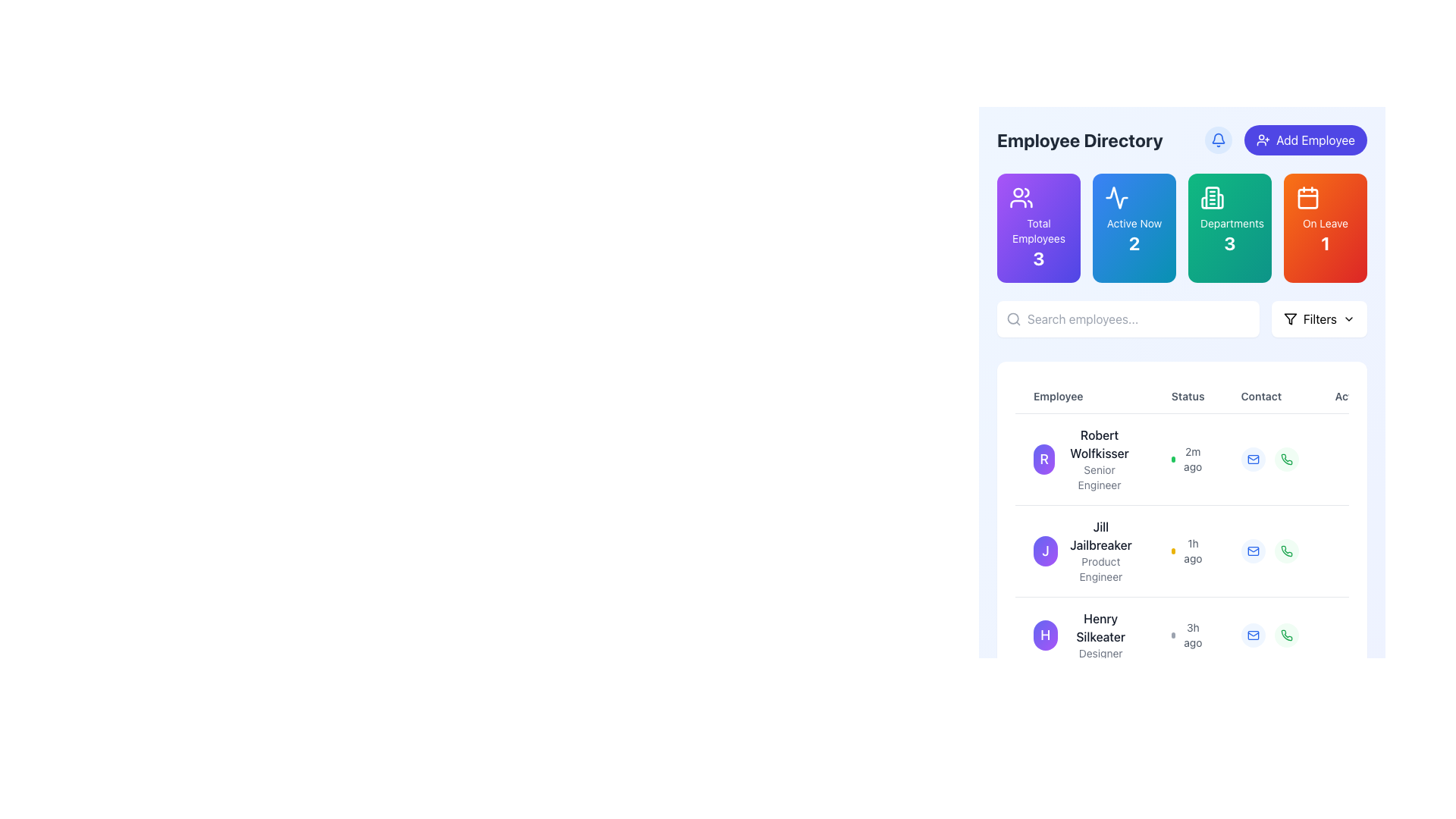 The height and width of the screenshot is (819, 1456). What do you see at coordinates (1285, 458) in the screenshot?
I see `the green phone icon in the 'Contact' section for 'Jill Jailbreaker'` at bounding box center [1285, 458].